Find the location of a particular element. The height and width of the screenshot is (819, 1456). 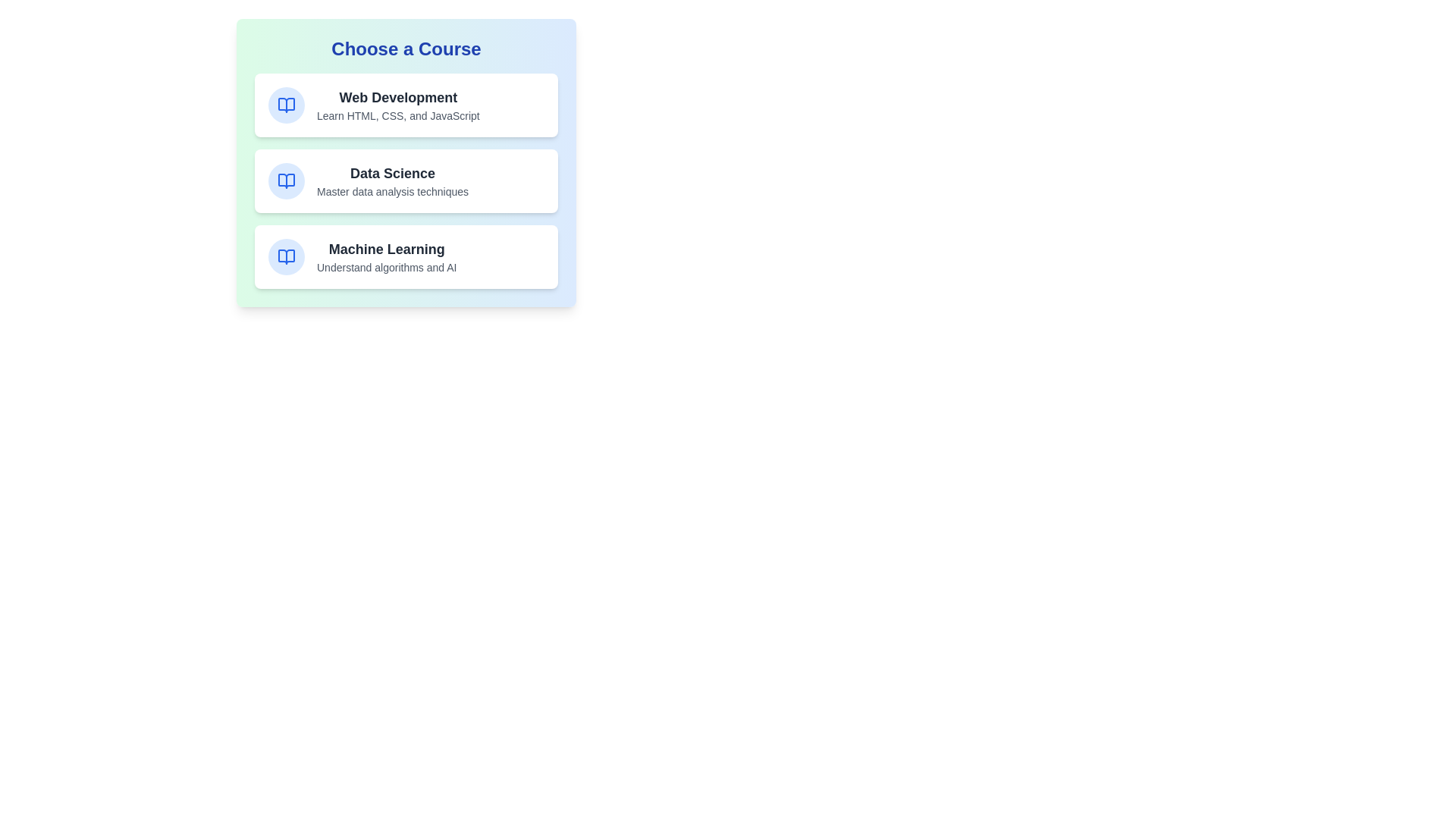

the 'Data Science' SVG Icon, which is is located at coordinates (287, 180).